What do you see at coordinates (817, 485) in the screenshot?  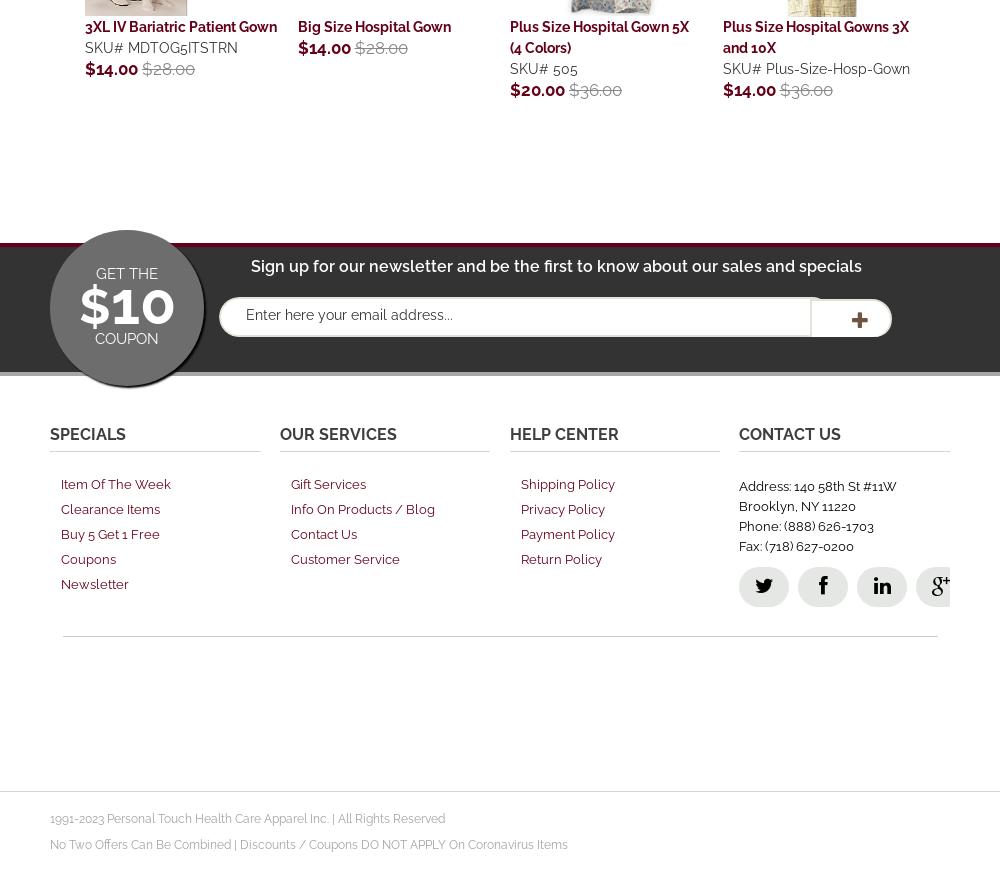 I see `'Address: 140 58th St #11W'` at bounding box center [817, 485].